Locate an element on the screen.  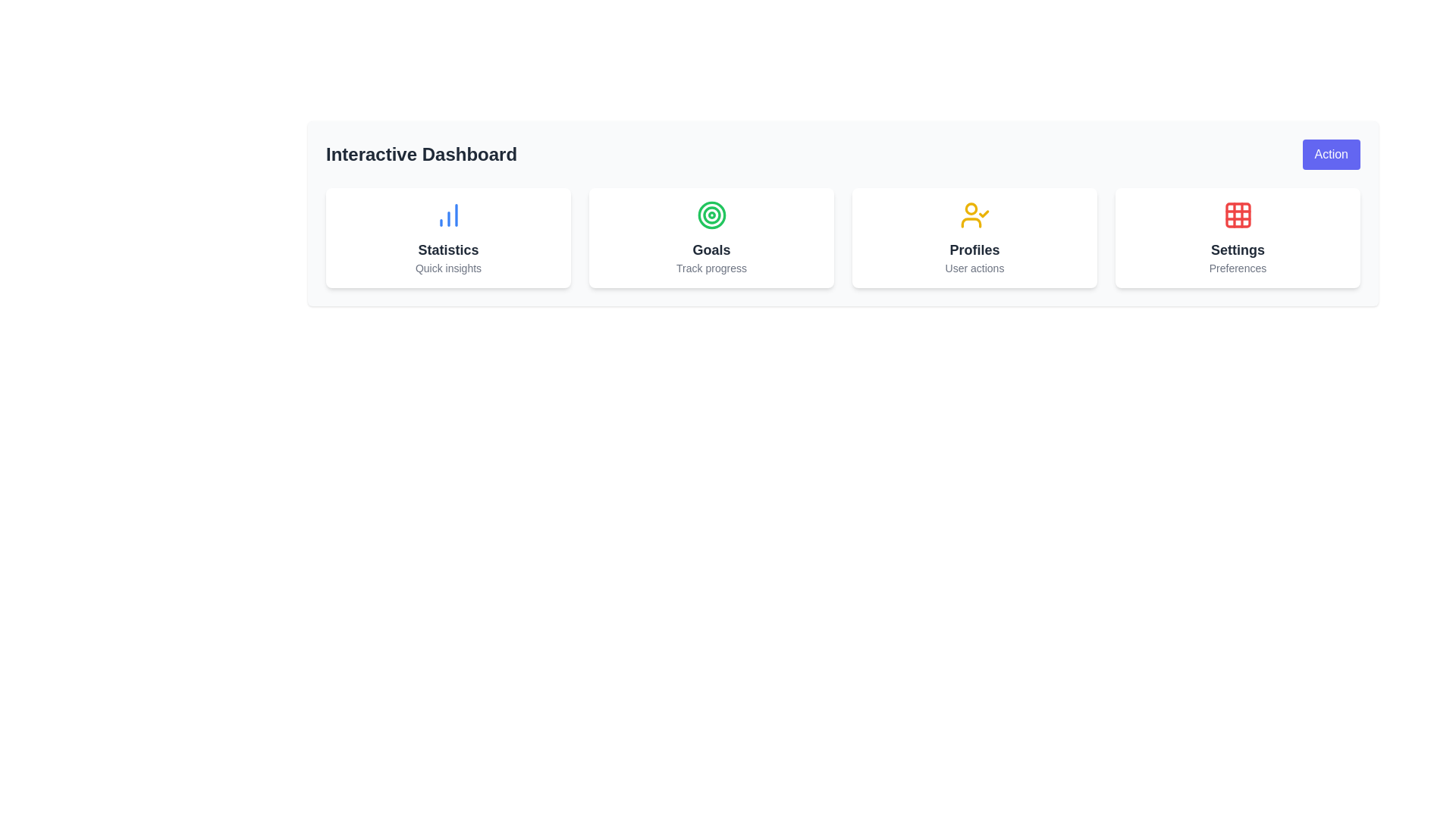
the Settings icon located centrally at the top of the Settings card, which is the fourth card in the dashboard options is located at coordinates (1238, 215).